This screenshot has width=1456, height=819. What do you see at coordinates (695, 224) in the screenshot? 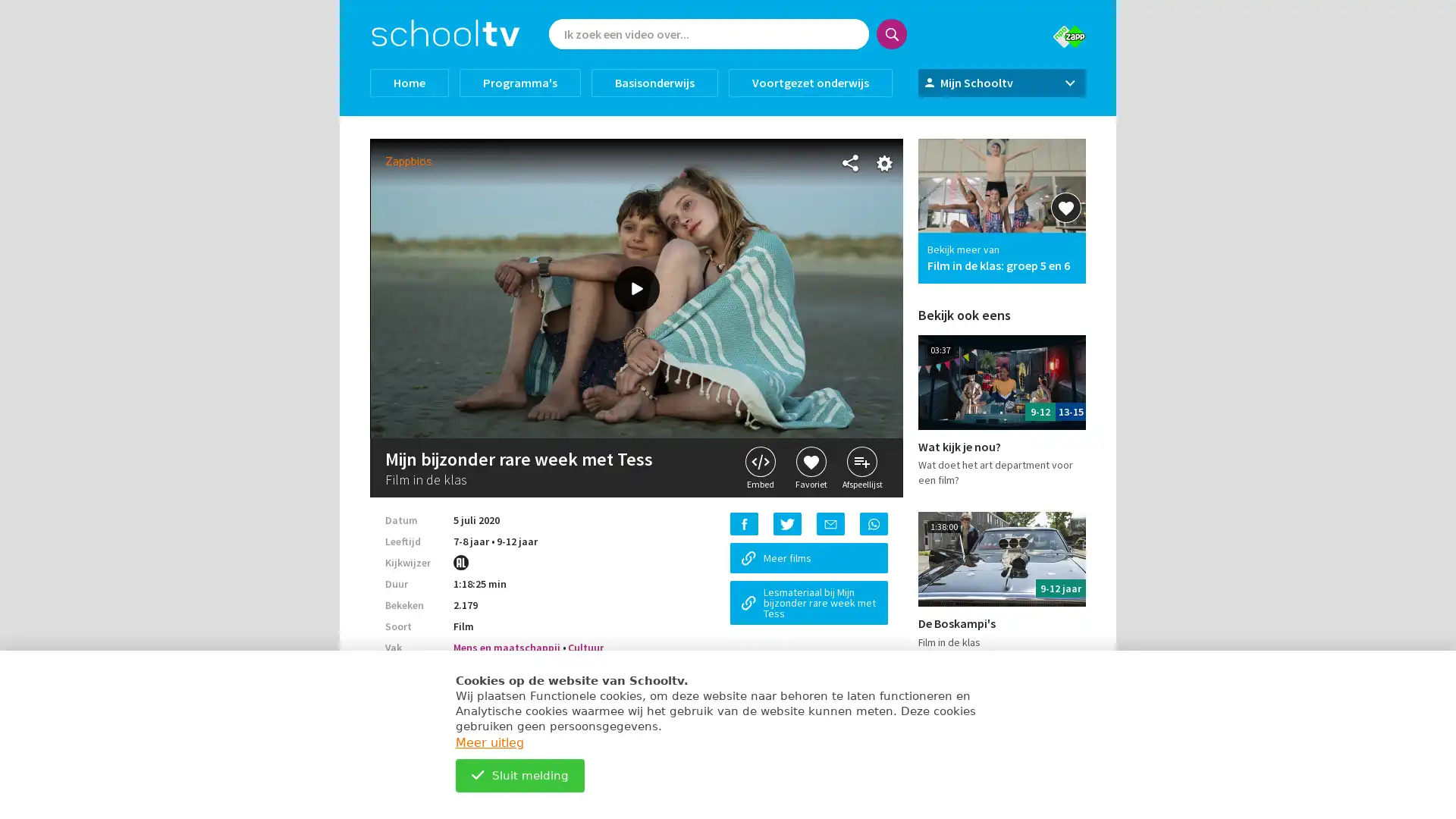
I see `Nee` at bounding box center [695, 224].